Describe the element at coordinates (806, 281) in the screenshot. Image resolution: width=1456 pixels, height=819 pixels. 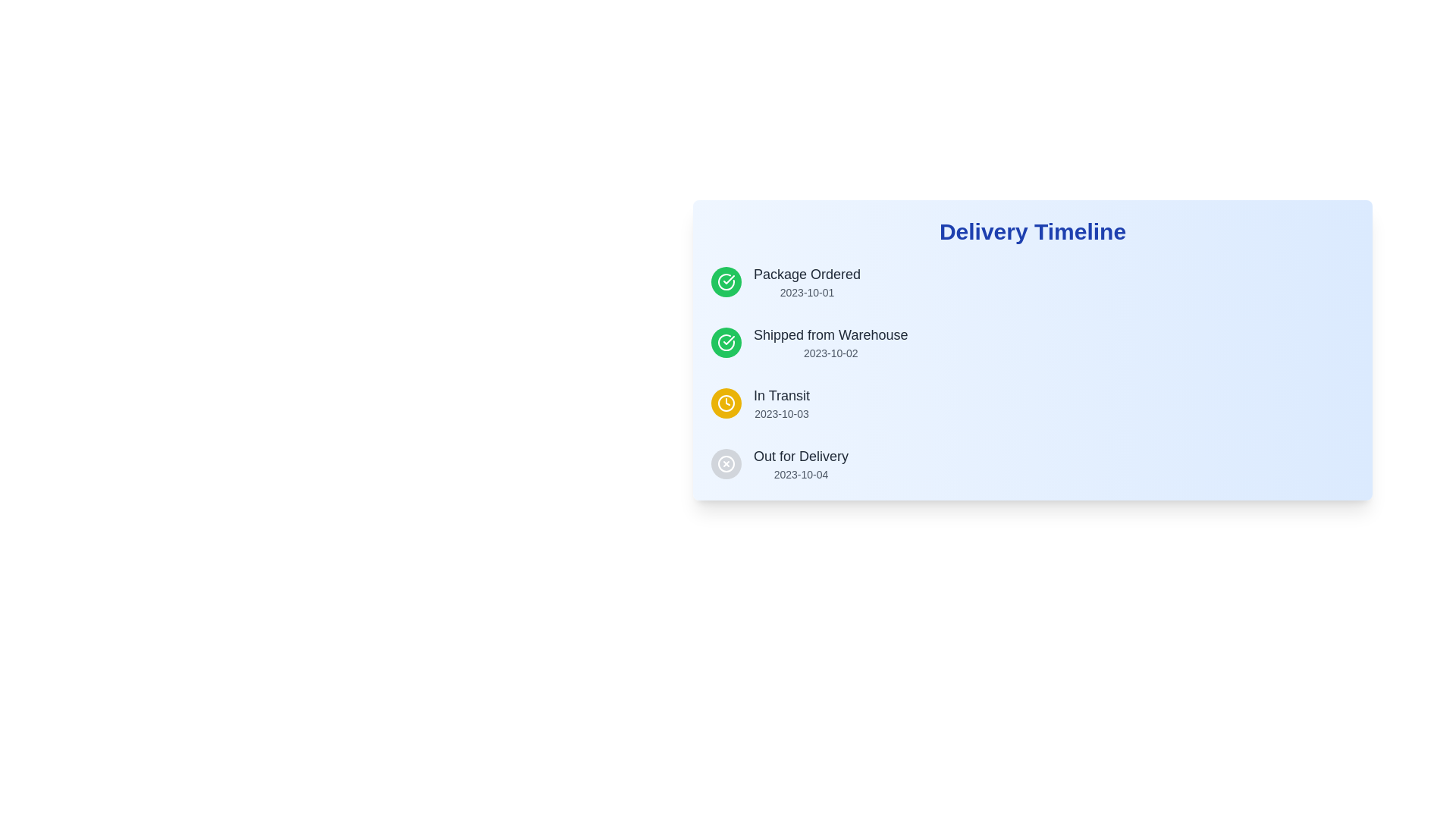
I see `the text element displaying 'Package Ordered' and '2023-10-01'` at that location.